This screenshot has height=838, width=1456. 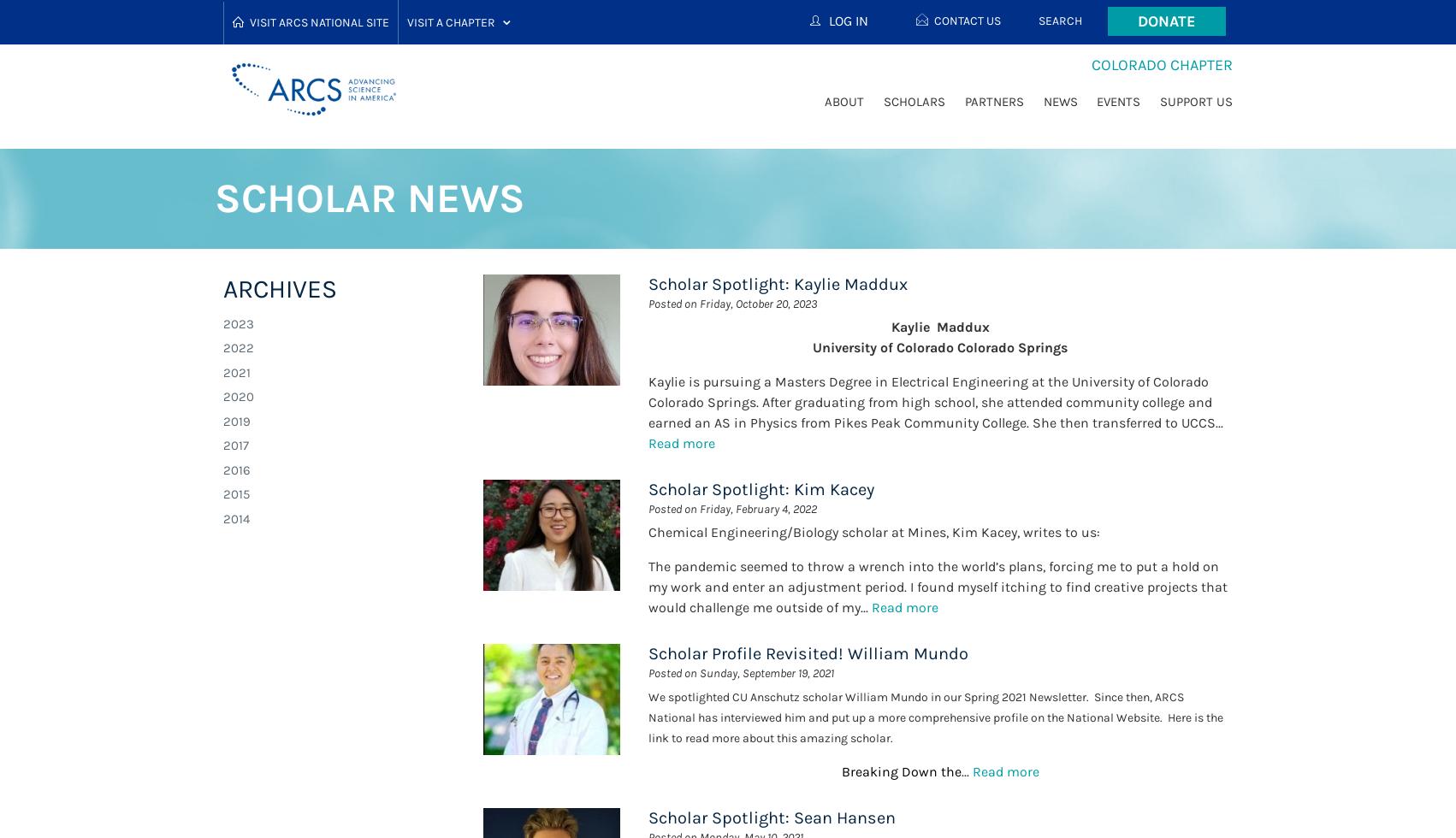 What do you see at coordinates (449, 100) in the screenshot?
I see `'Atlanta'` at bounding box center [449, 100].